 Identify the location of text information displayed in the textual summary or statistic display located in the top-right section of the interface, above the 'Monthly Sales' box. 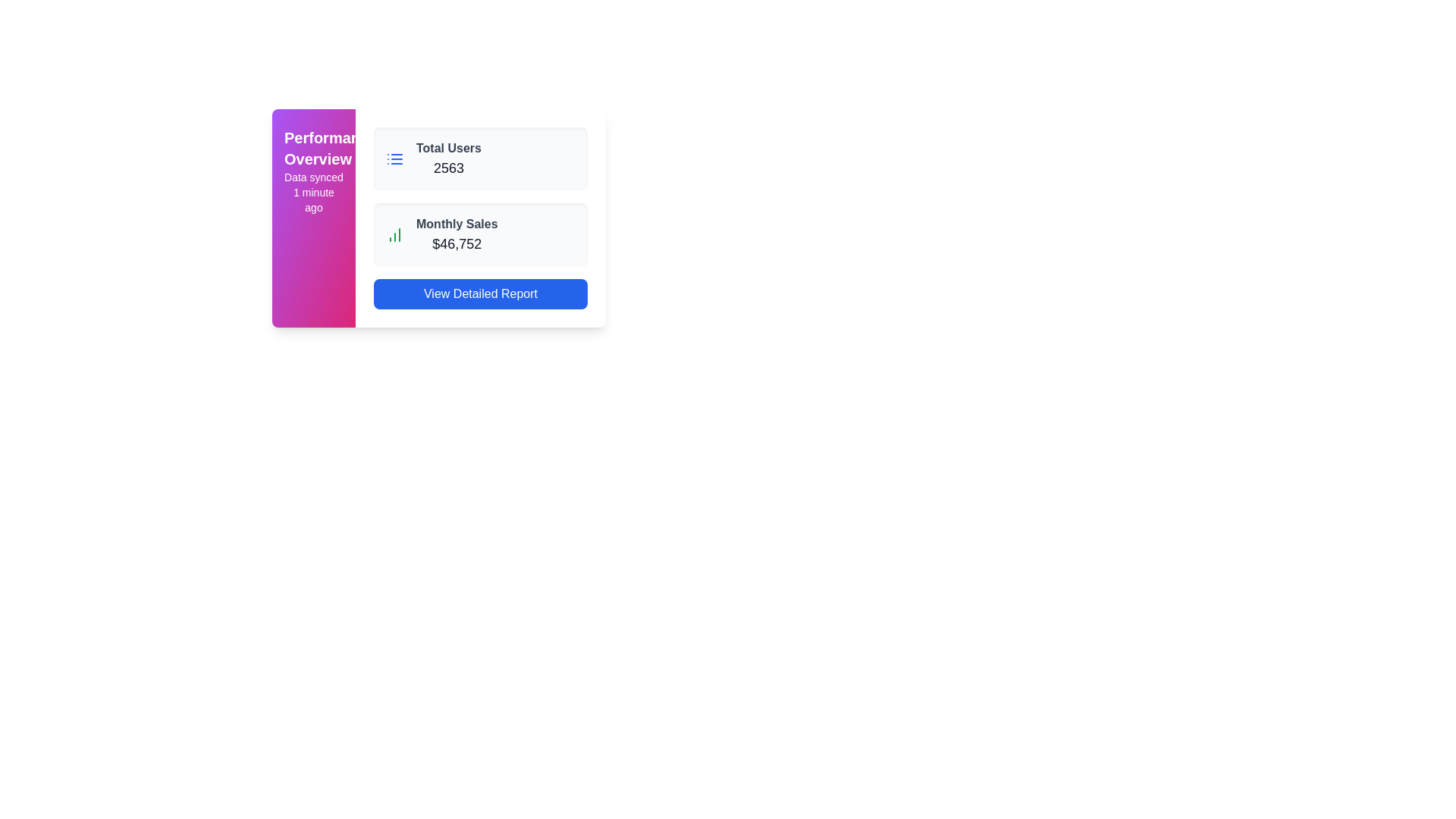
(447, 158).